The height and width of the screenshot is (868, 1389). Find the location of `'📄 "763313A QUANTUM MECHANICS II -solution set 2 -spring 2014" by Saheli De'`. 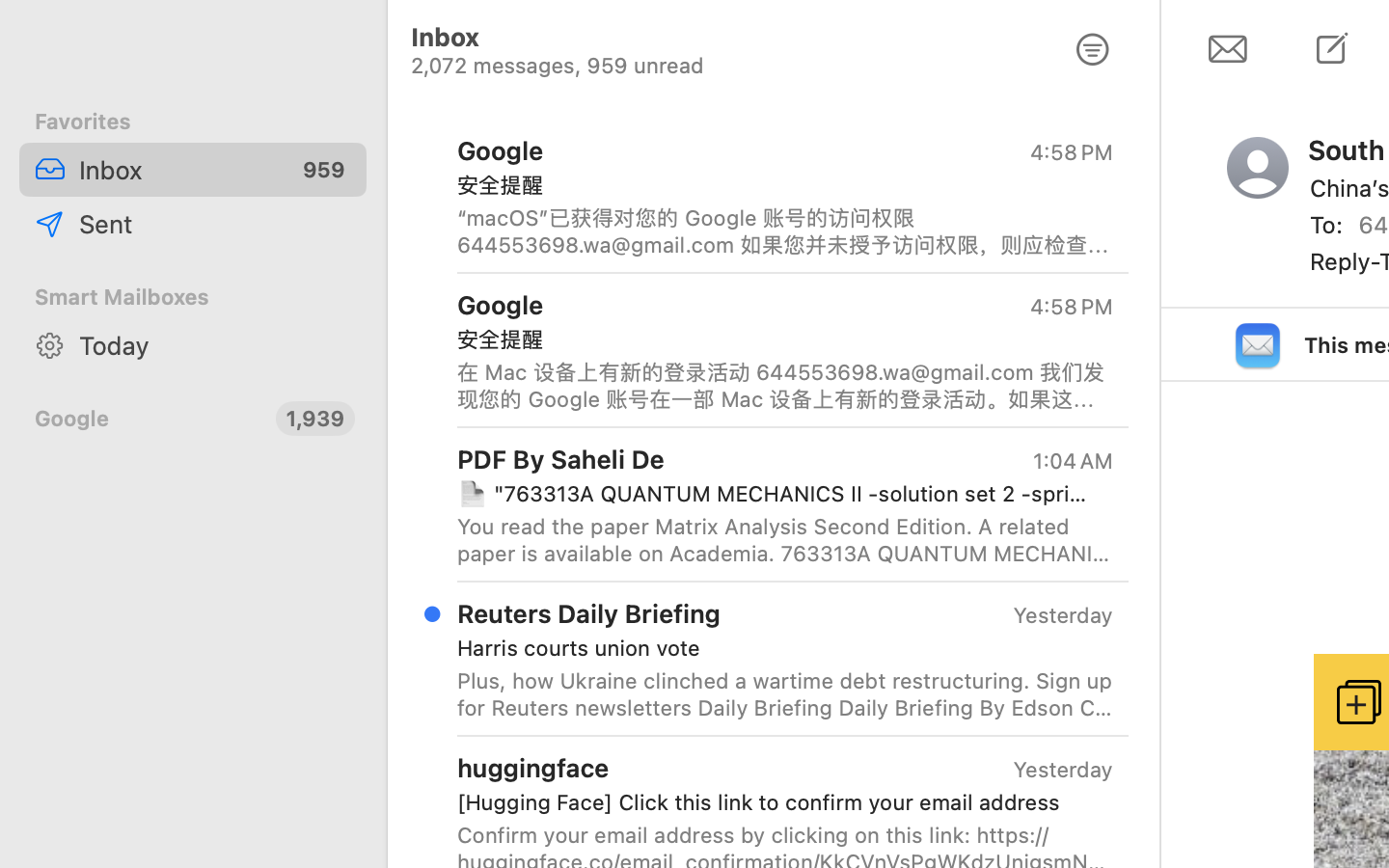

'📄 "763313A QUANTUM MECHANICS II -solution set 2 -spring 2014" by Saheli De' is located at coordinates (776, 493).